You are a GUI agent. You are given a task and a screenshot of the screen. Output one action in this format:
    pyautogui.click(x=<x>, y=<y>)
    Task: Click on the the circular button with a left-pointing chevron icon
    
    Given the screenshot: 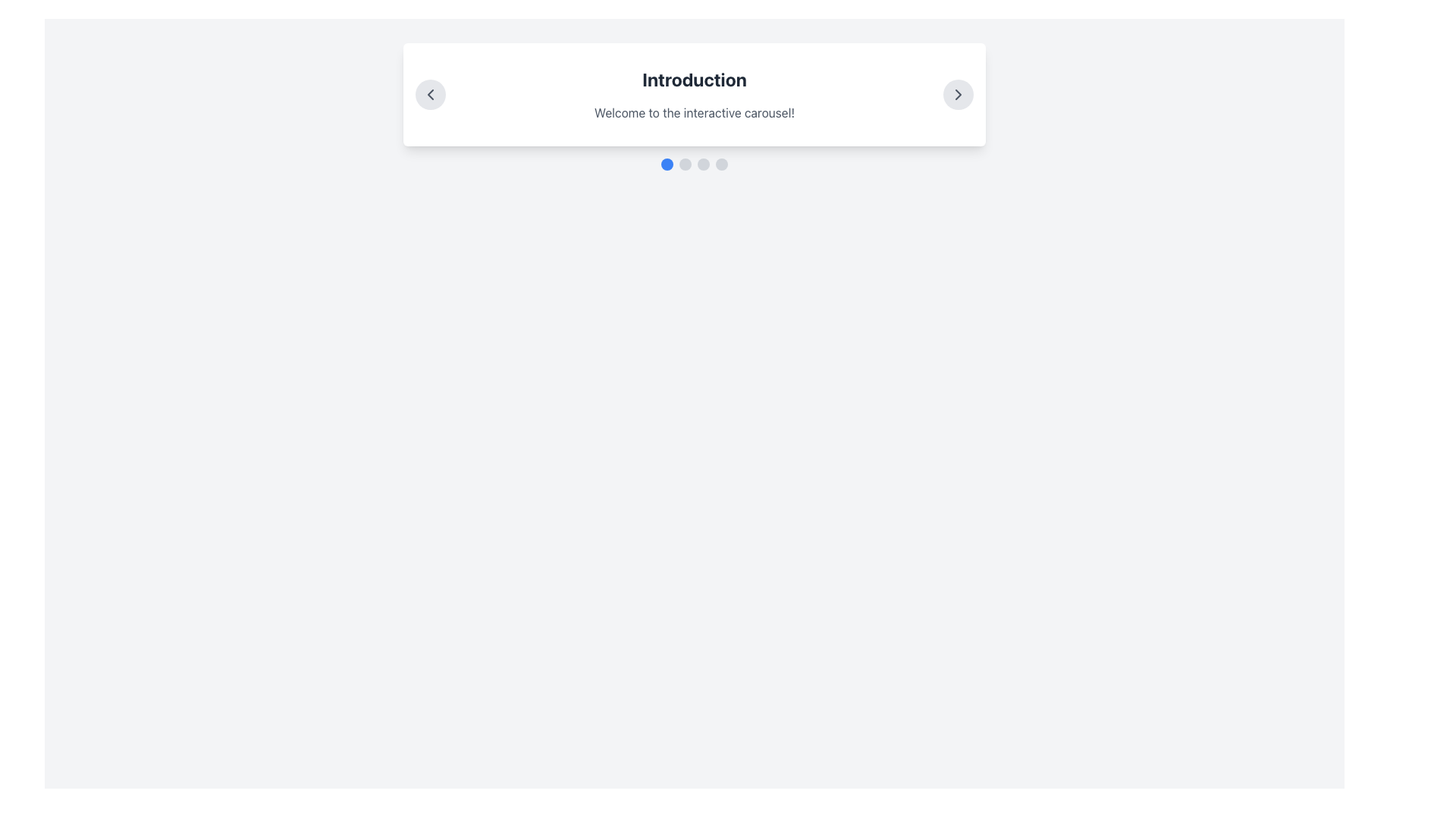 What is the action you would take?
    pyautogui.click(x=429, y=94)
    